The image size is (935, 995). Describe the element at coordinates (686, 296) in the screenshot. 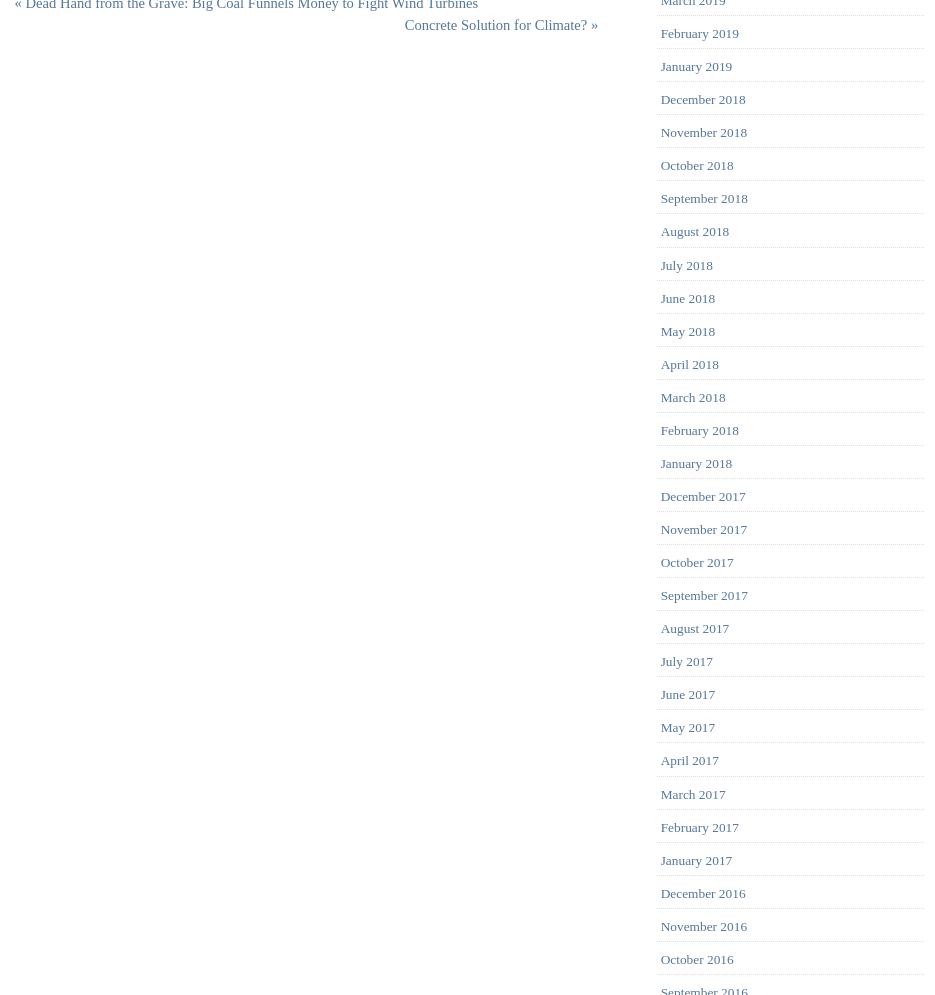

I see `'June 2018'` at that location.